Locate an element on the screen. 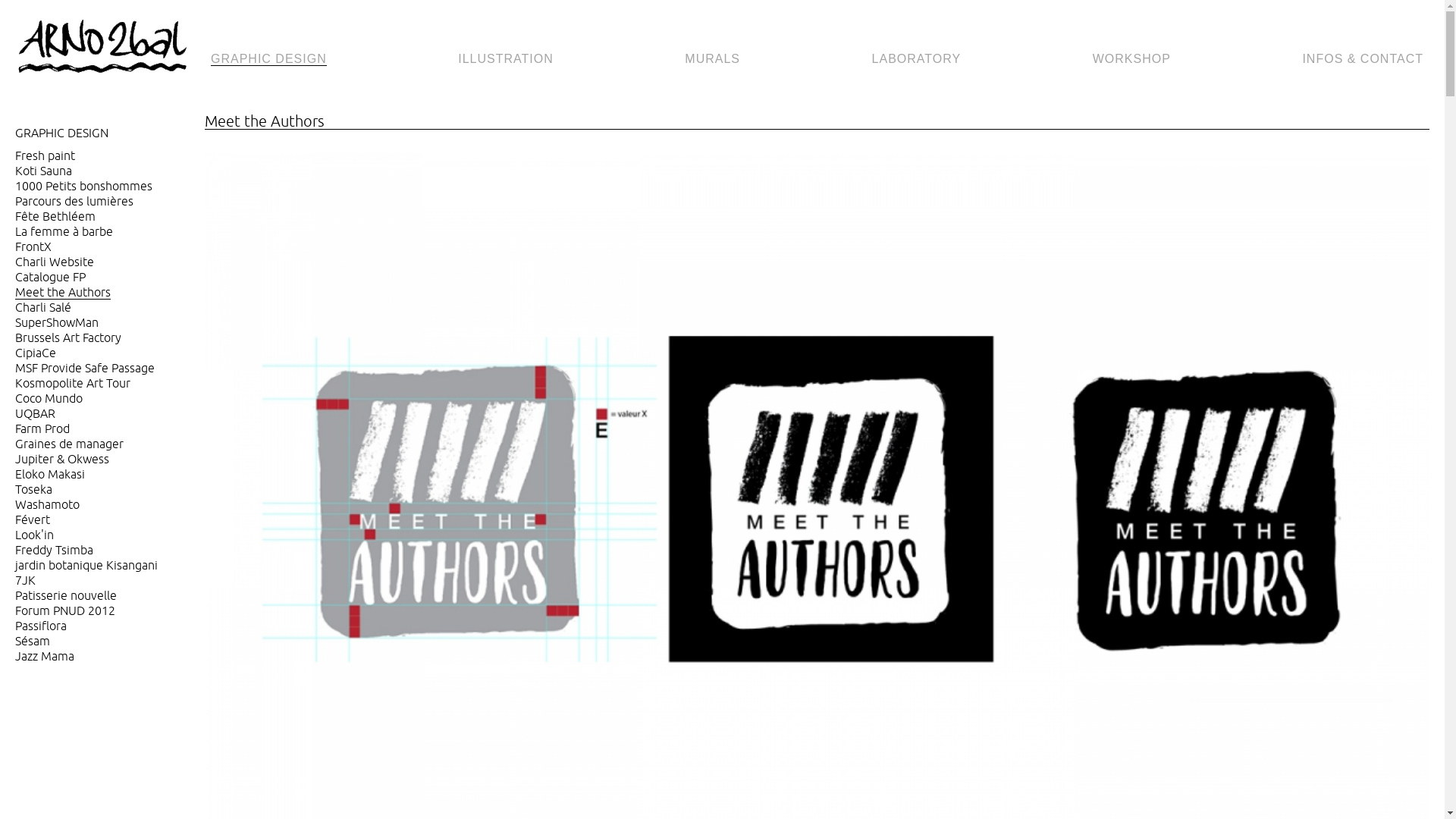  'FrontX' is located at coordinates (33, 246).